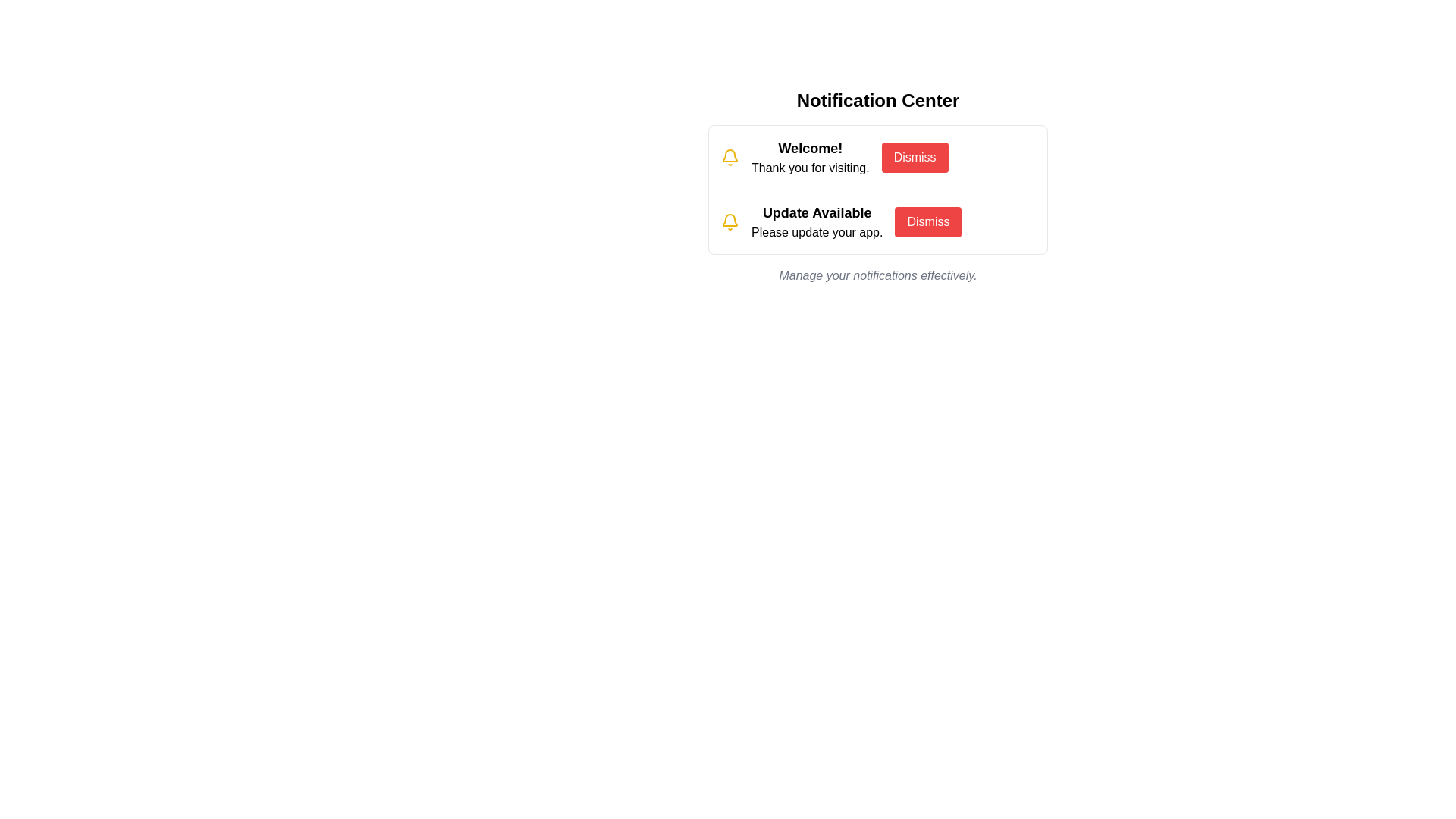 This screenshot has height=819, width=1456. What do you see at coordinates (730, 222) in the screenshot?
I see `the yellow bell icon located in the second row of the notification panel, to the left of the 'Update Available' title` at bounding box center [730, 222].